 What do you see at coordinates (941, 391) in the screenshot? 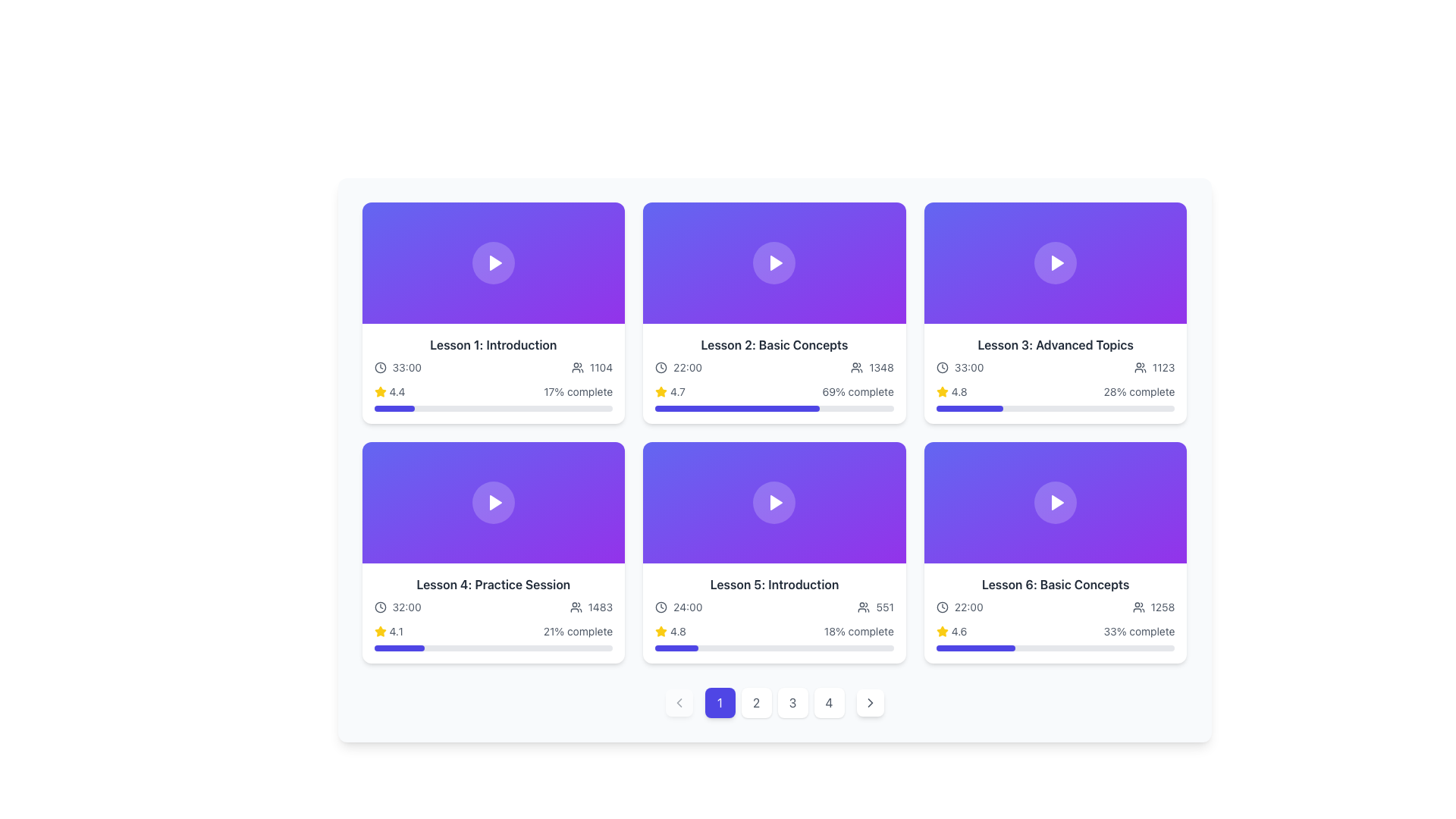
I see `the yellow star-shaped icon representing the rating system for 'Lesson 2: Basic Concepts', located in the bottom section of the card interface` at bounding box center [941, 391].